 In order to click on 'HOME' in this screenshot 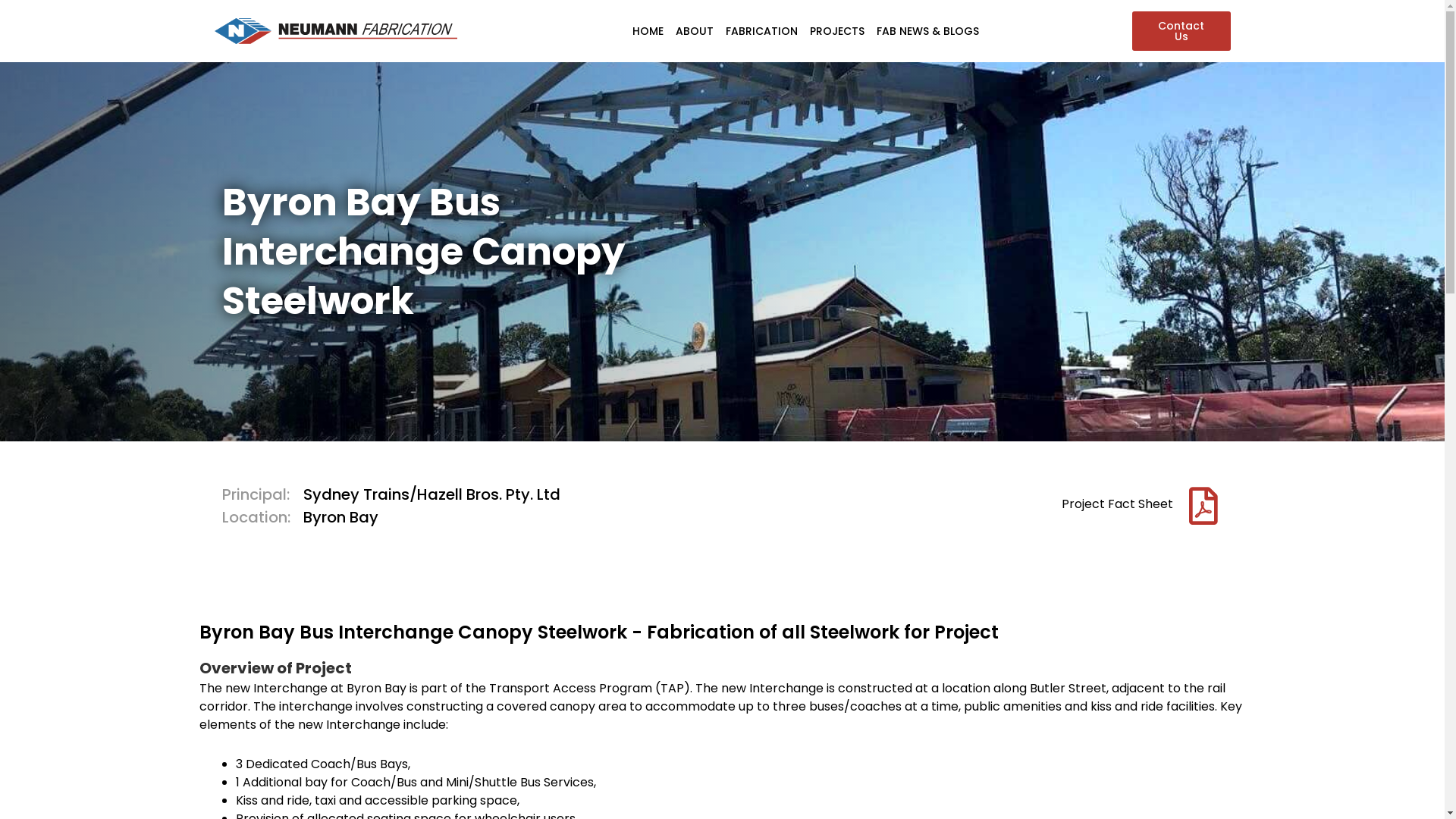, I will do `click(648, 31)`.